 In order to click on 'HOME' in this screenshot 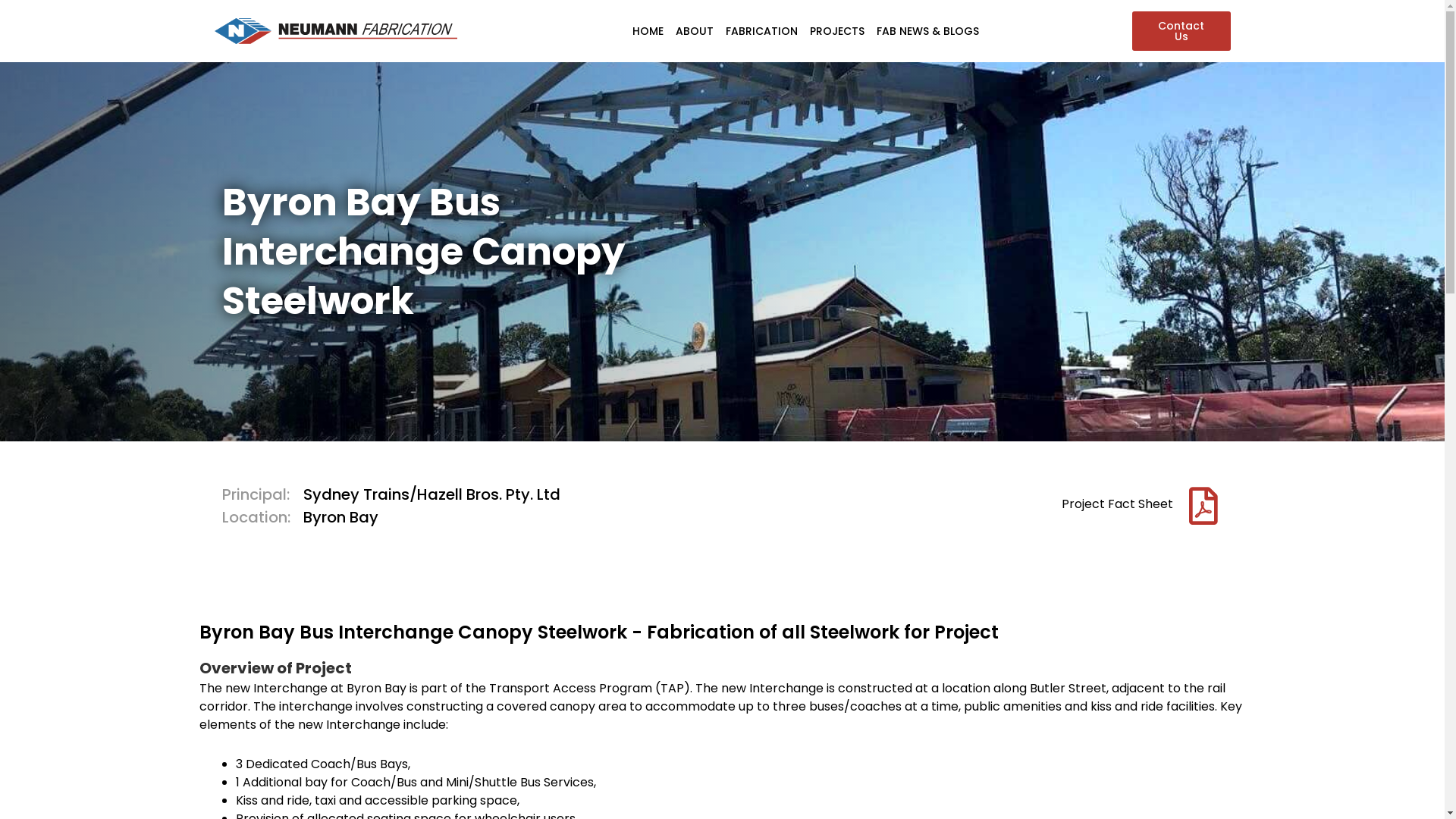, I will do `click(648, 31)`.